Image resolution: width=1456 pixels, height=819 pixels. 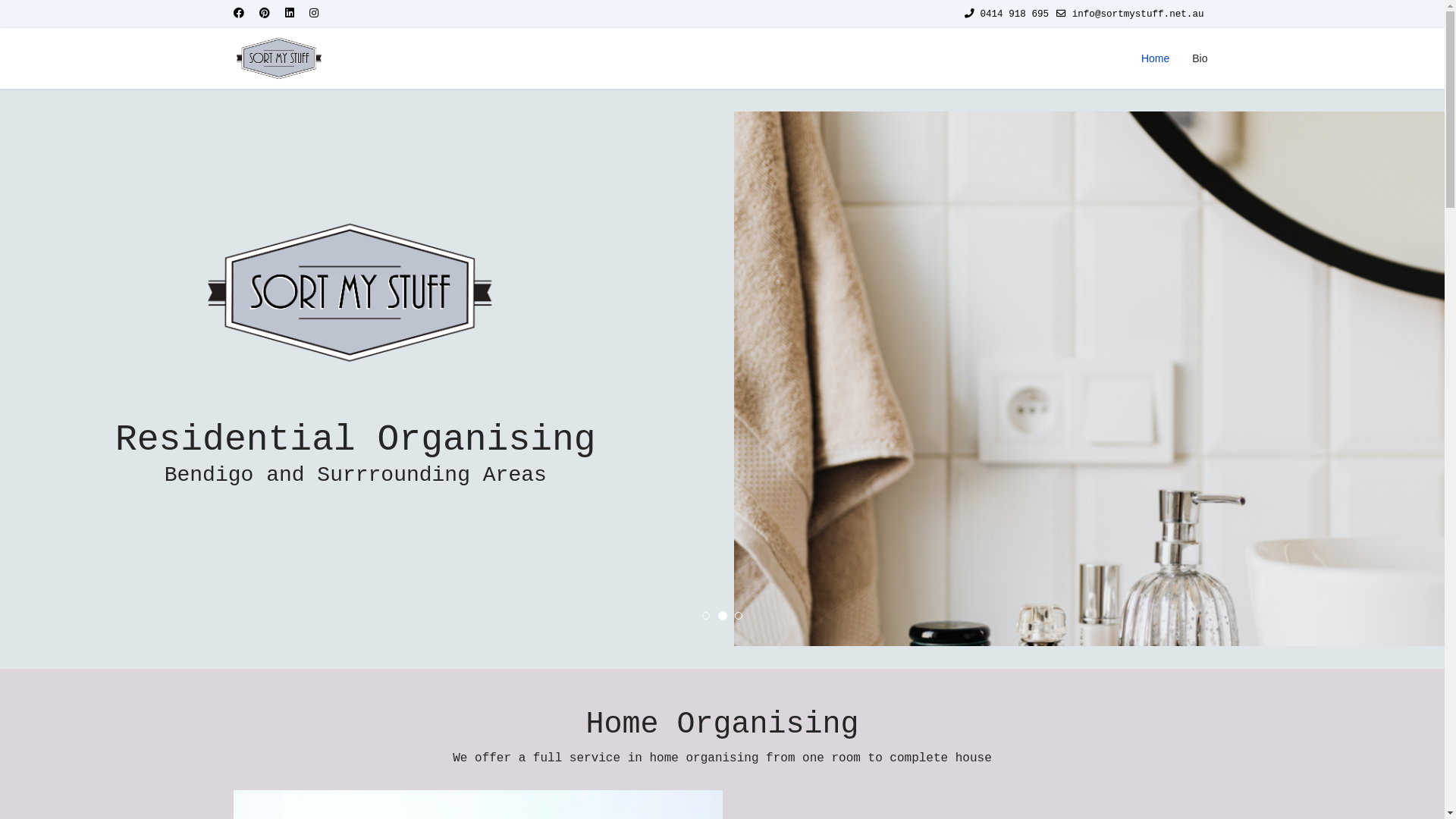 What do you see at coordinates (1138, 14) in the screenshot?
I see `'info@sortmystuff.net.au'` at bounding box center [1138, 14].